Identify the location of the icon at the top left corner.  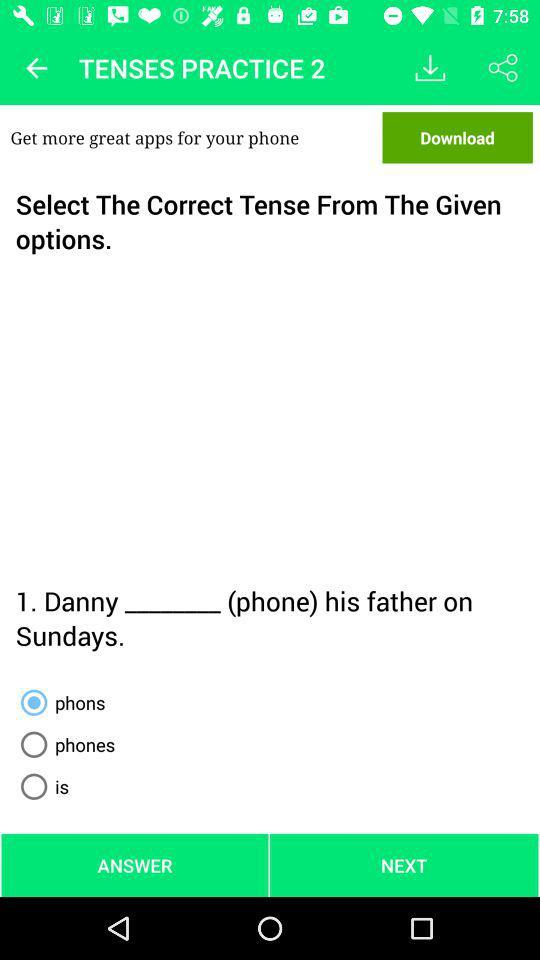
(36, 68).